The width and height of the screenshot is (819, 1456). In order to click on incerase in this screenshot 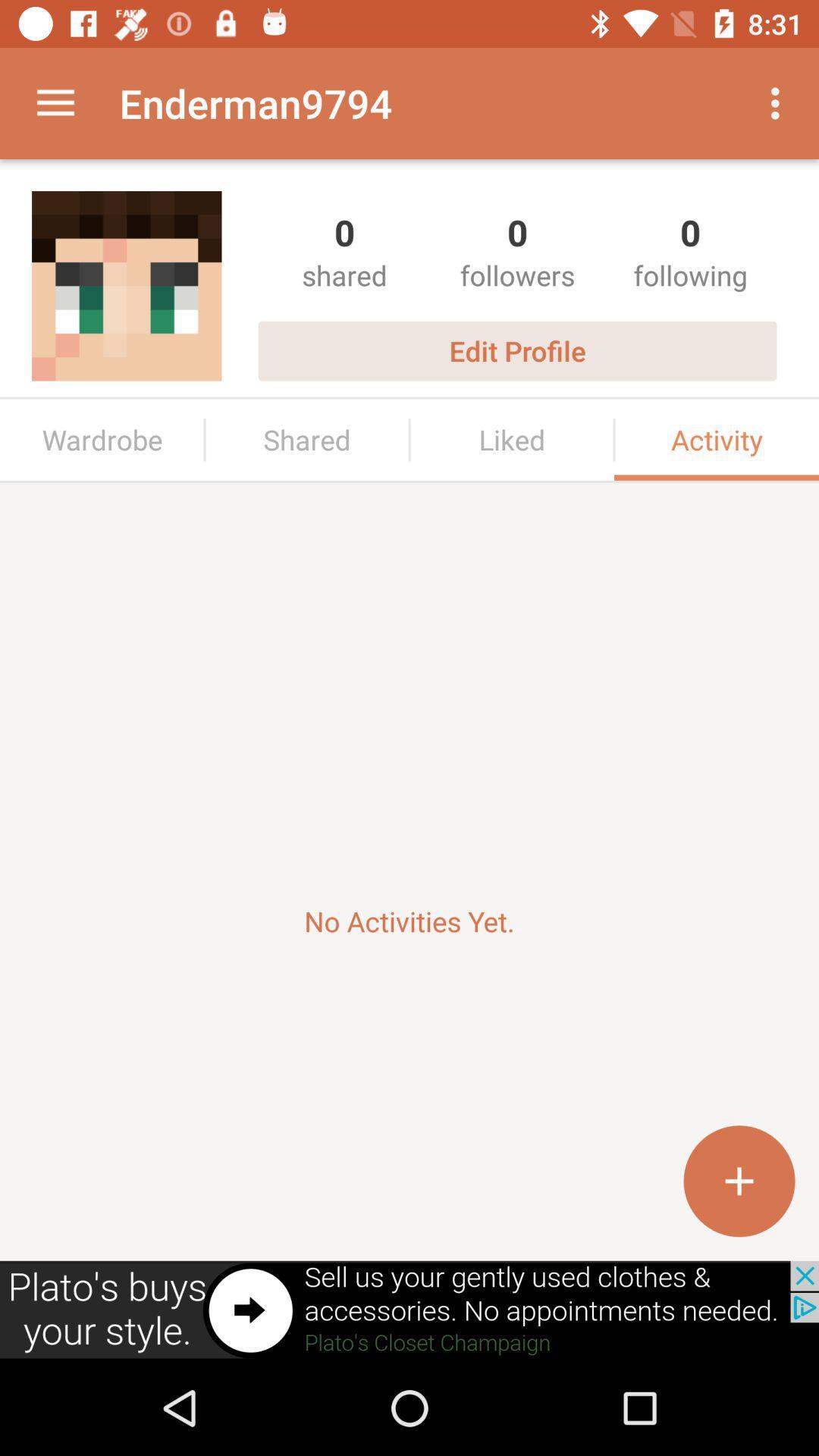, I will do `click(739, 1180)`.